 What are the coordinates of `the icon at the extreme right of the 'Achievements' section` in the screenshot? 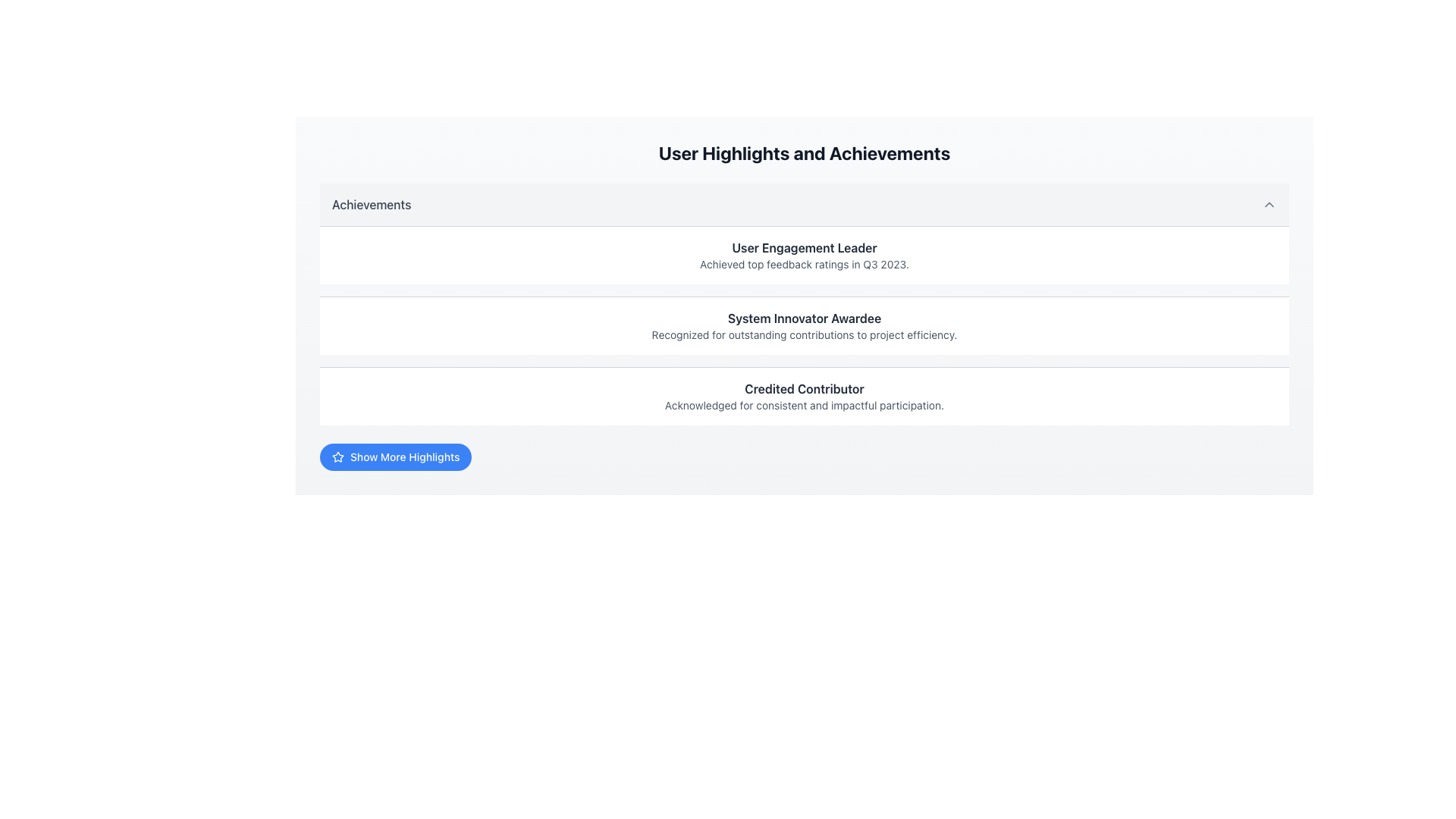 It's located at (1269, 205).